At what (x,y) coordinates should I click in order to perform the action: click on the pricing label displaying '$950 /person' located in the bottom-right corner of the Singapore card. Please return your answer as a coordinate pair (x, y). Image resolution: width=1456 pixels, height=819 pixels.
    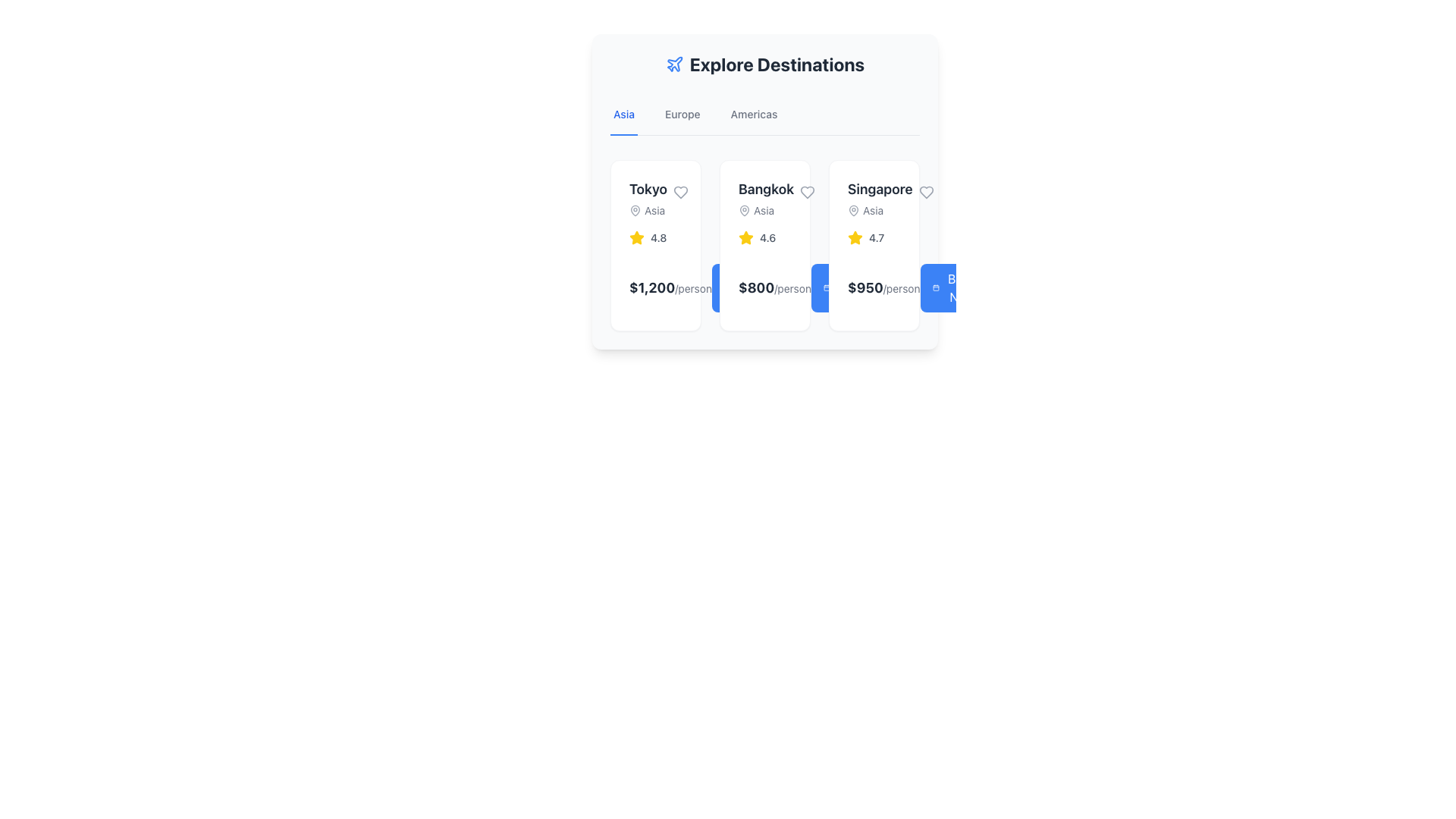
    Looking at the image, I should click on (883, 288).